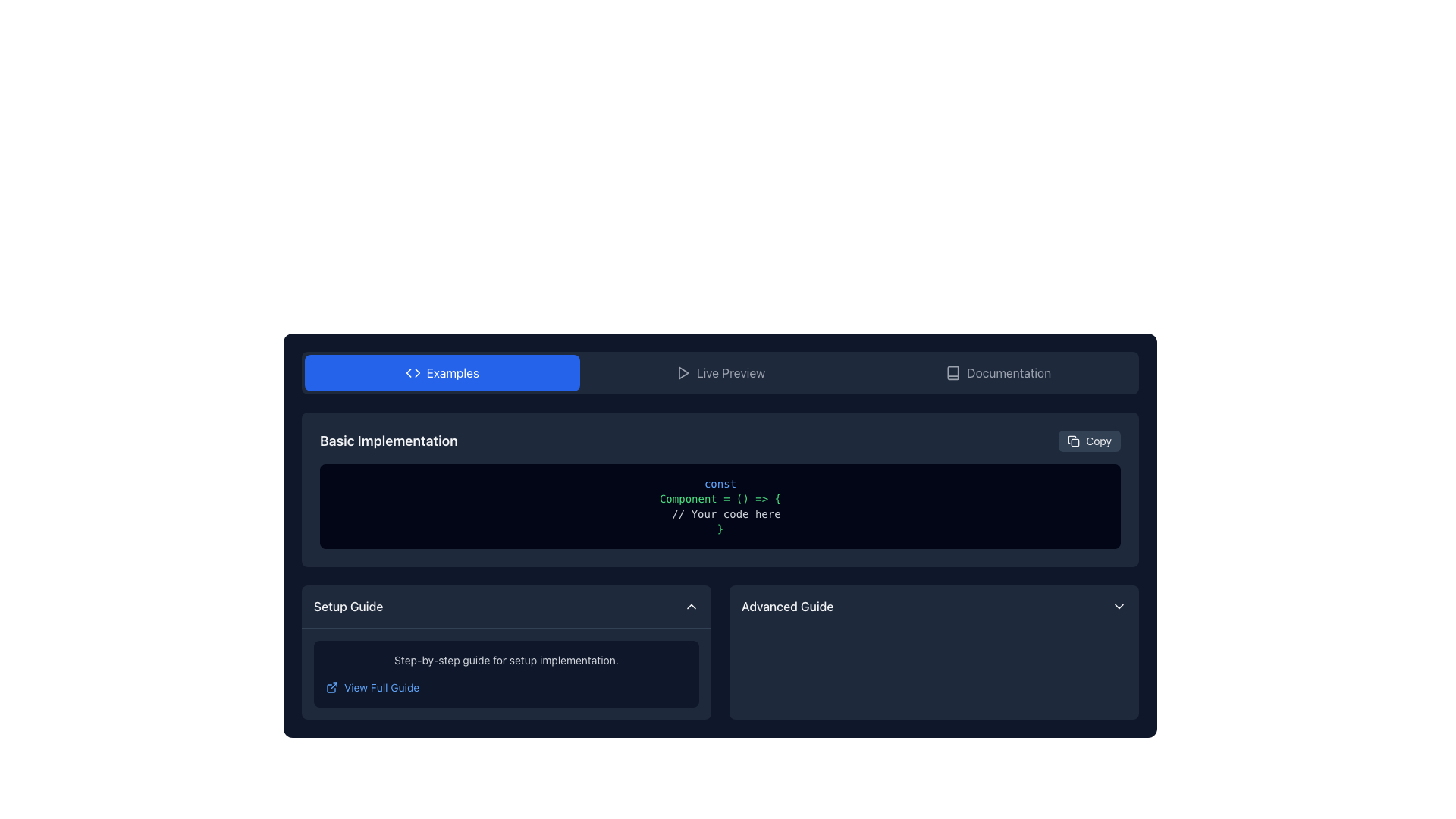 The width and height of the screenshot is (1456, 819). I want to click on the hyperlink in the Informational section located under the 'Setup Guide' header, so click(506, 651).